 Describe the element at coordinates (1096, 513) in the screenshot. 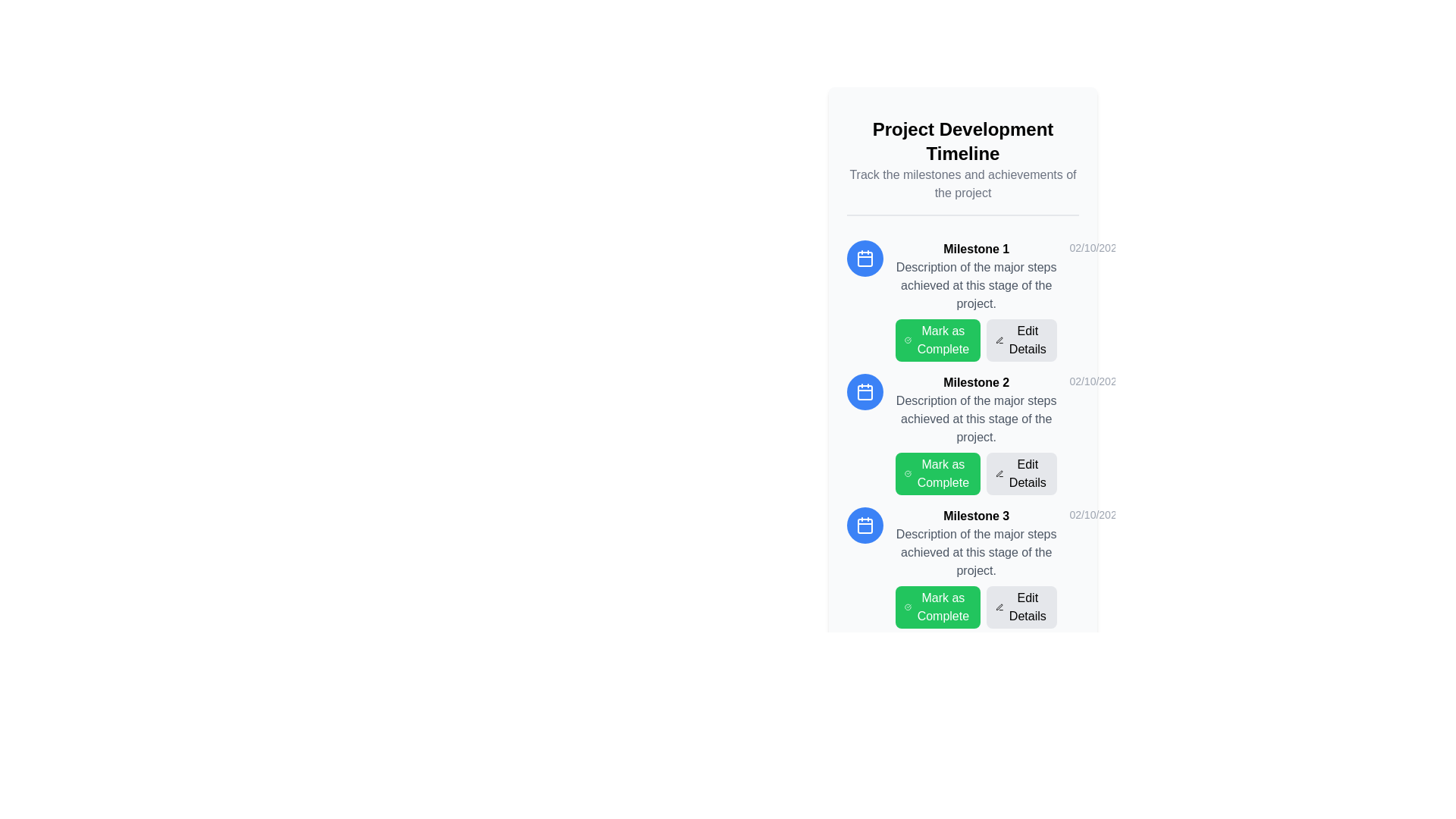

I see `the text element displaying '02/10/2023', which is styled in light gray and located to the right of the milestone title for 'Milestone 3'` at that location.